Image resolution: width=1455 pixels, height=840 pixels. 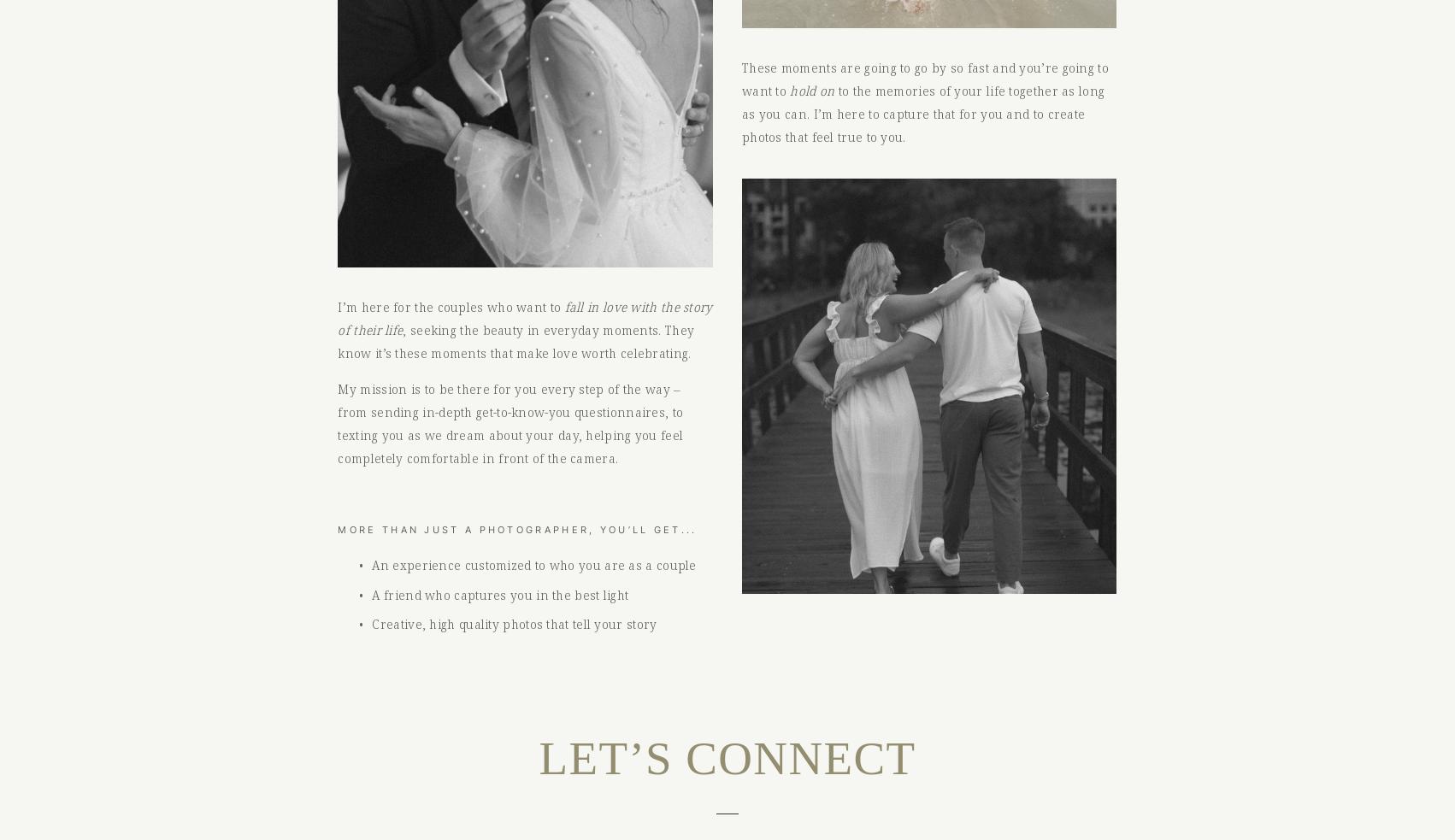 I want to click on 'I’m here for the couples who want to', so click(x=450, y=306).